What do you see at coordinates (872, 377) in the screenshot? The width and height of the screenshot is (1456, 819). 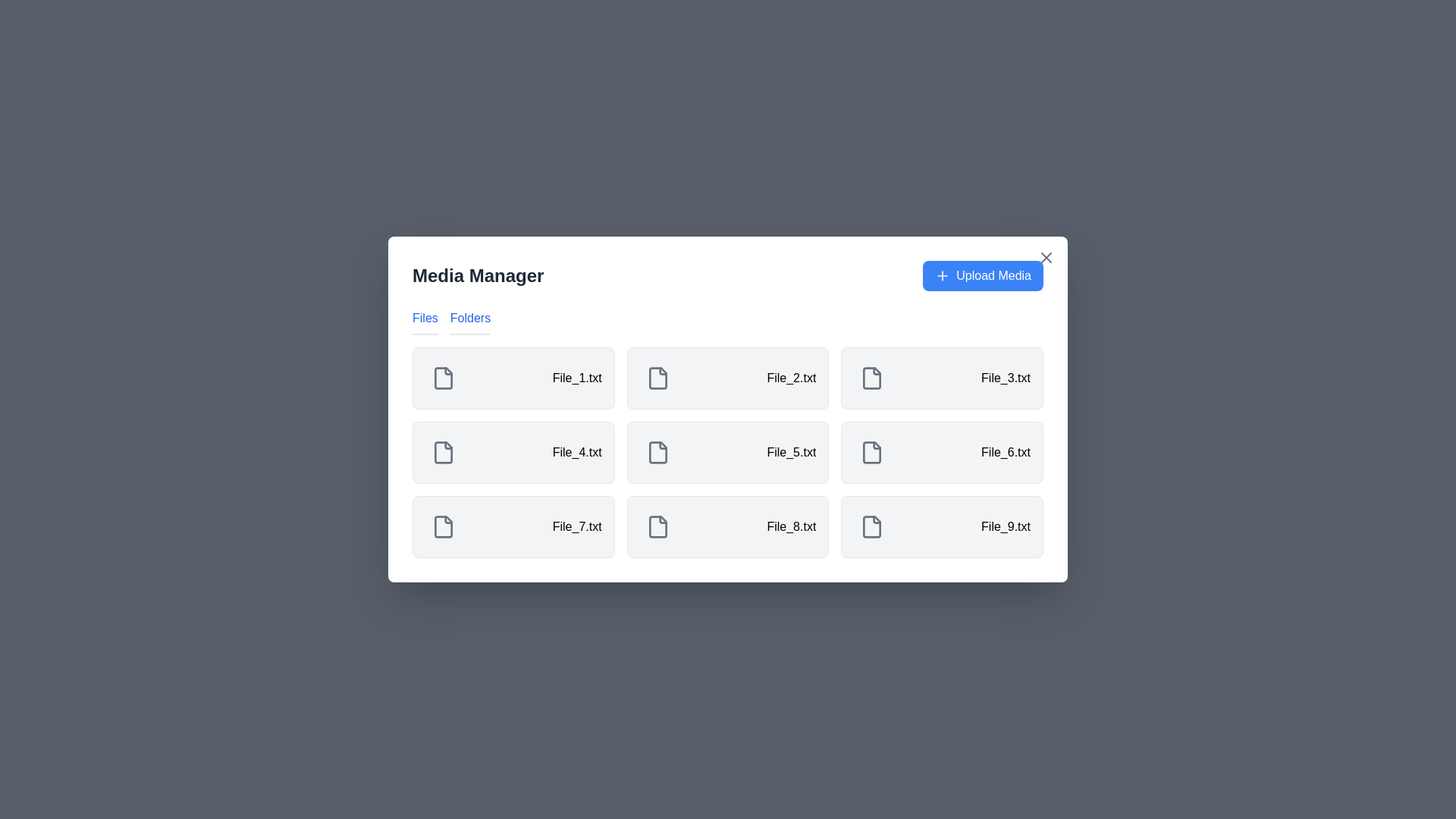 I see `the file icon representing 'File_3.txt' in the Media Manager interface, located in the top row of a 3x3 grid layout, specifically the third item from the left` at bounding box center [872, 377].